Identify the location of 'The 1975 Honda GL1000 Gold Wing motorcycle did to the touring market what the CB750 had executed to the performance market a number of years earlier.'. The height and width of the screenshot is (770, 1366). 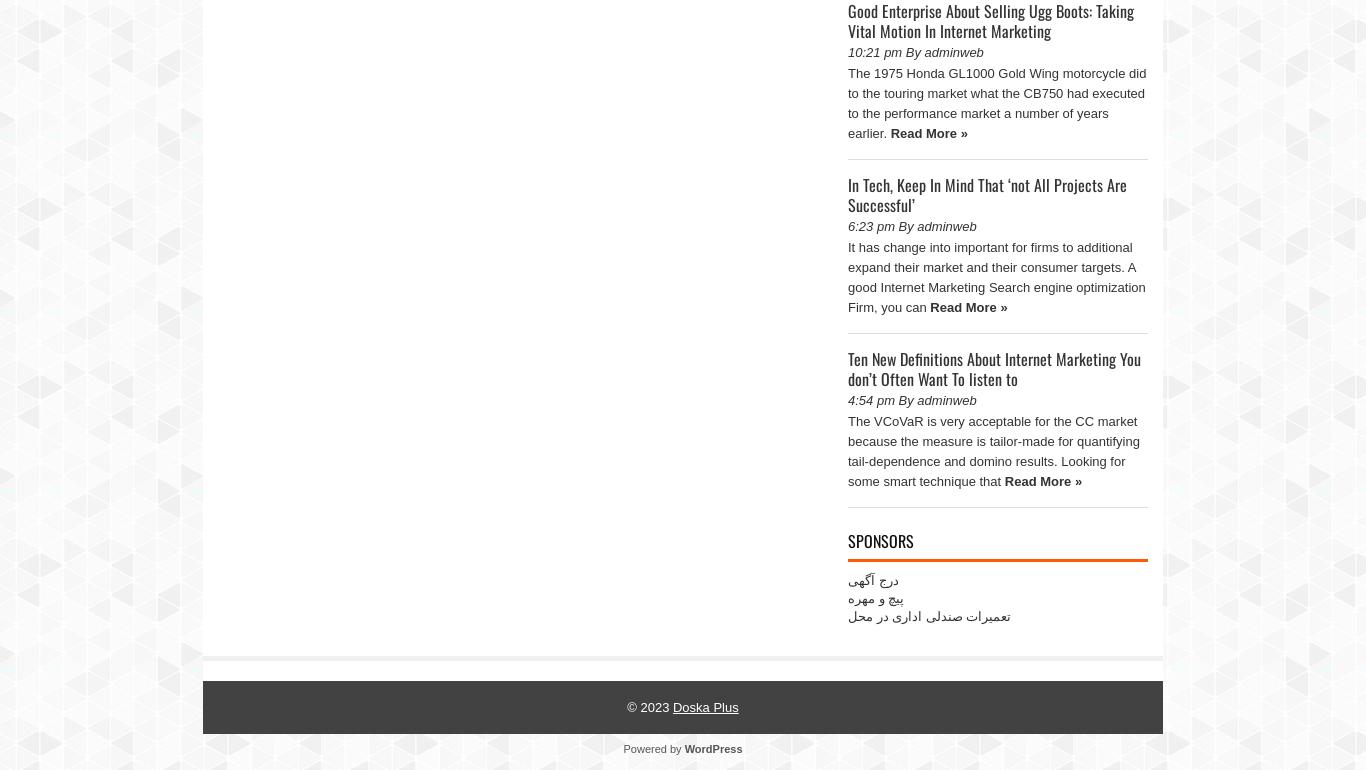
(997, 102).